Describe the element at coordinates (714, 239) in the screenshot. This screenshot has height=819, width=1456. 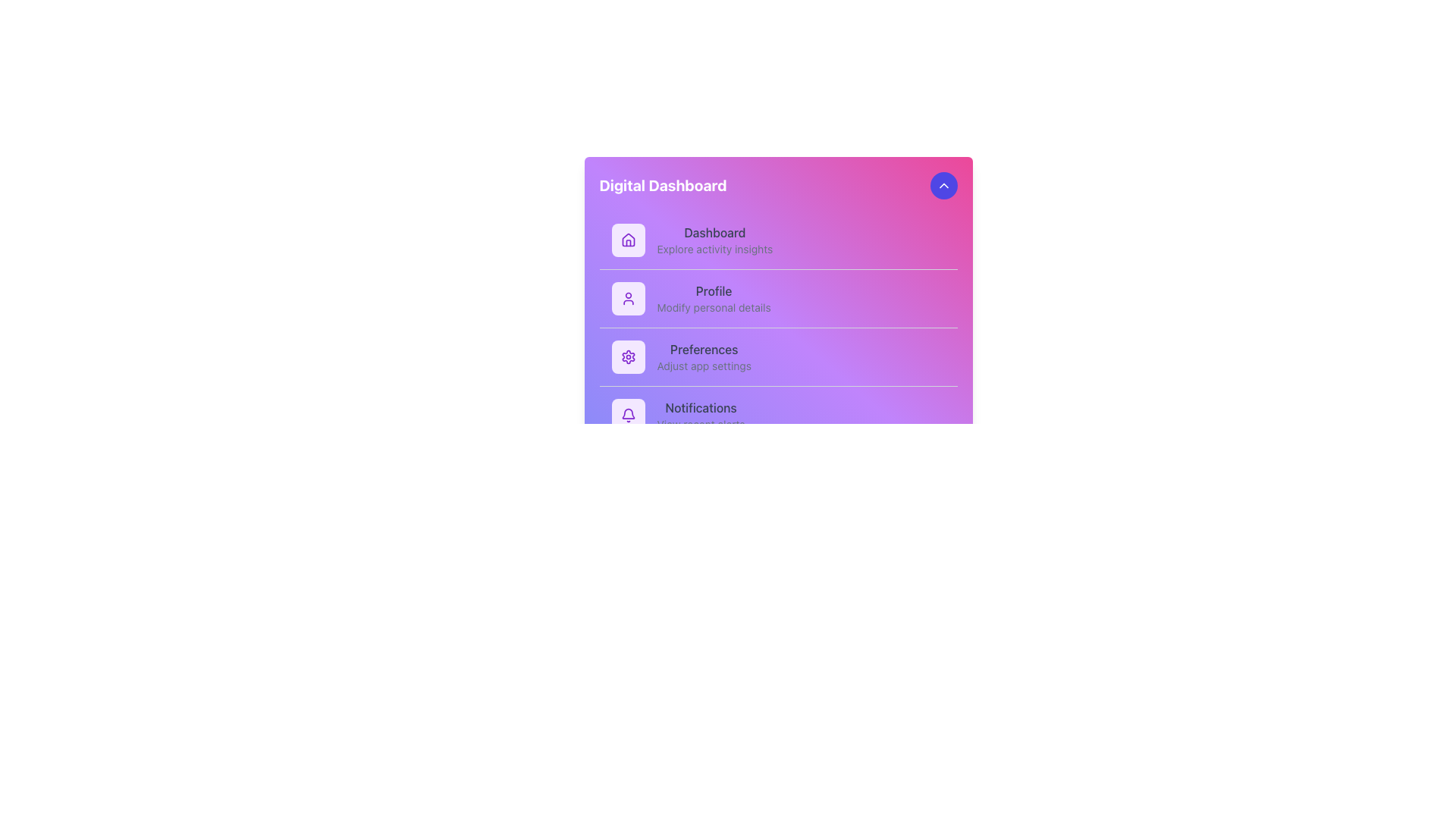
I see `the 'Dashboard' navigational text label located in the vertical navigation menu, positioned below the 'Digital Dashboard' header` at that location.